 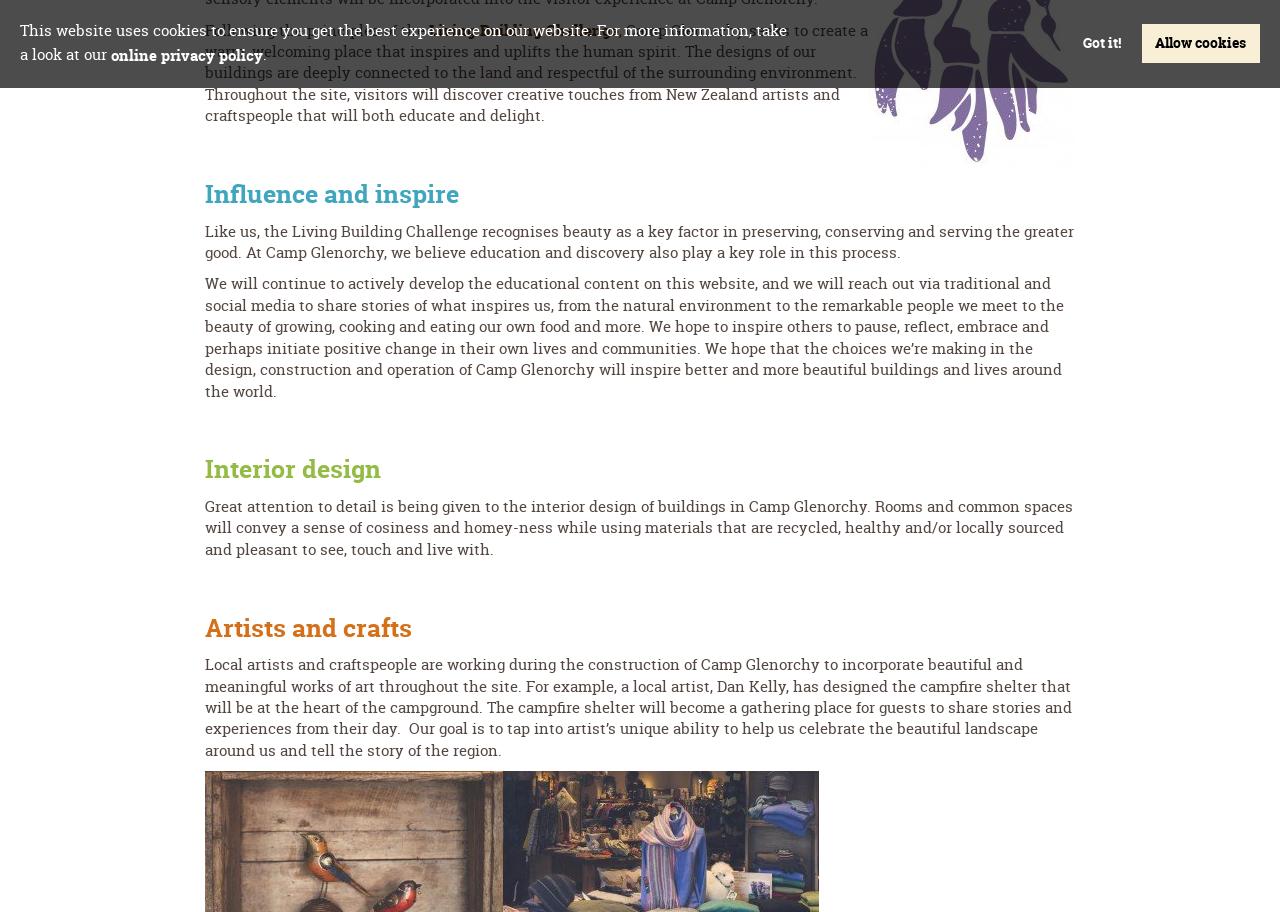 What do you see at coordinates (633, 336) in the screenshot?
I see `'We will continue to actively develop the educational content on this website, and we will reach out via traditional and social media to share stories of what inspires us, from the natural environment to the remarkable people we meet to the beauty of growing, cooking and eating our own food and more. We hope to inspire others to pause, reflect, embrace and perhaps initiate positive change in their own lives and communities. We hope that the choices we’re making in the design, construction and operation of Camp Glenorchy will inspire better and more beautiful buildings and lives around the world.'` at bounding box center [633, 336].